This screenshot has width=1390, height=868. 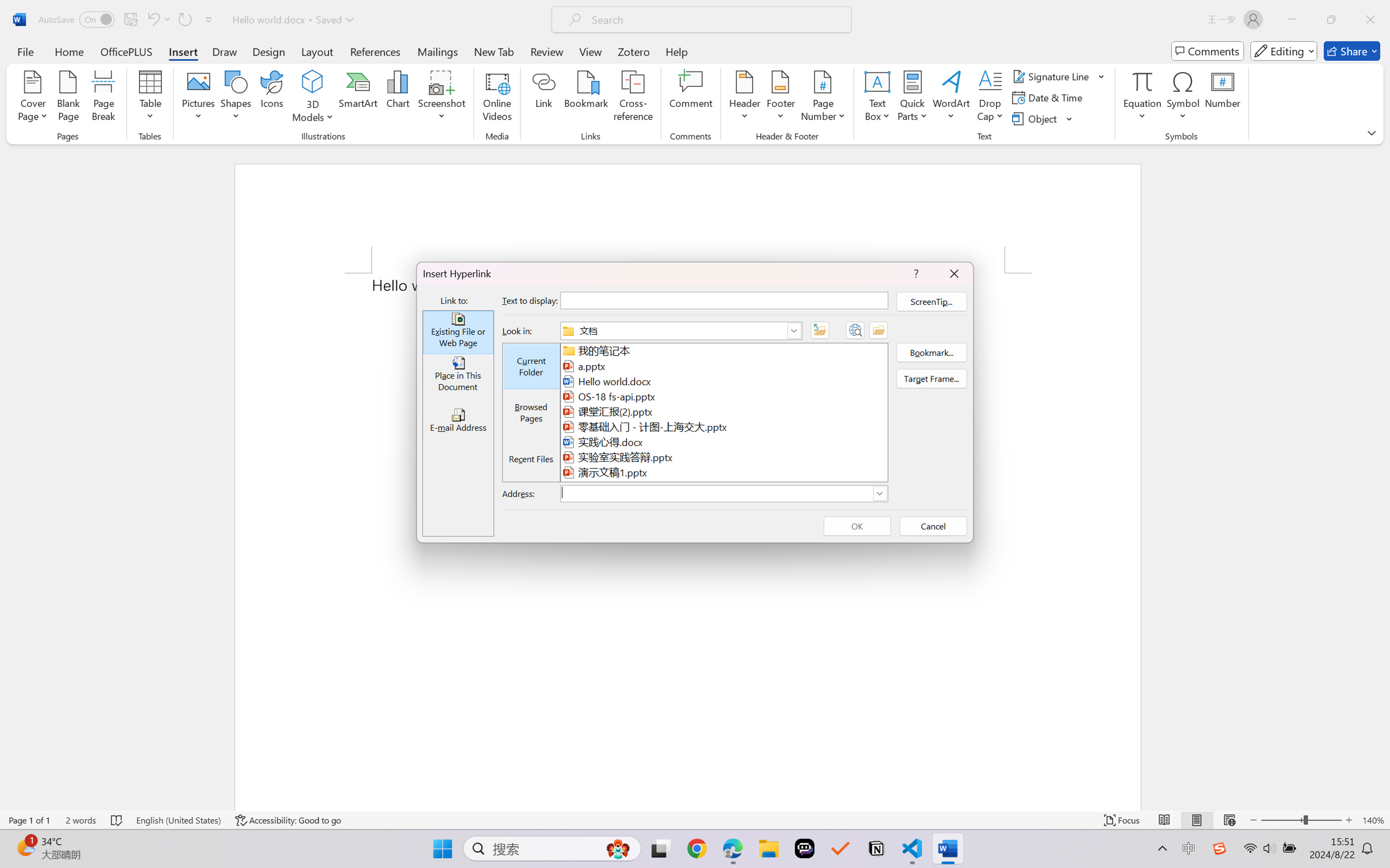 What do you see at coordinates (128, 19) in the screenshot?
I see `'Quick Access Toolbar'` at bounding box center [128, 19].